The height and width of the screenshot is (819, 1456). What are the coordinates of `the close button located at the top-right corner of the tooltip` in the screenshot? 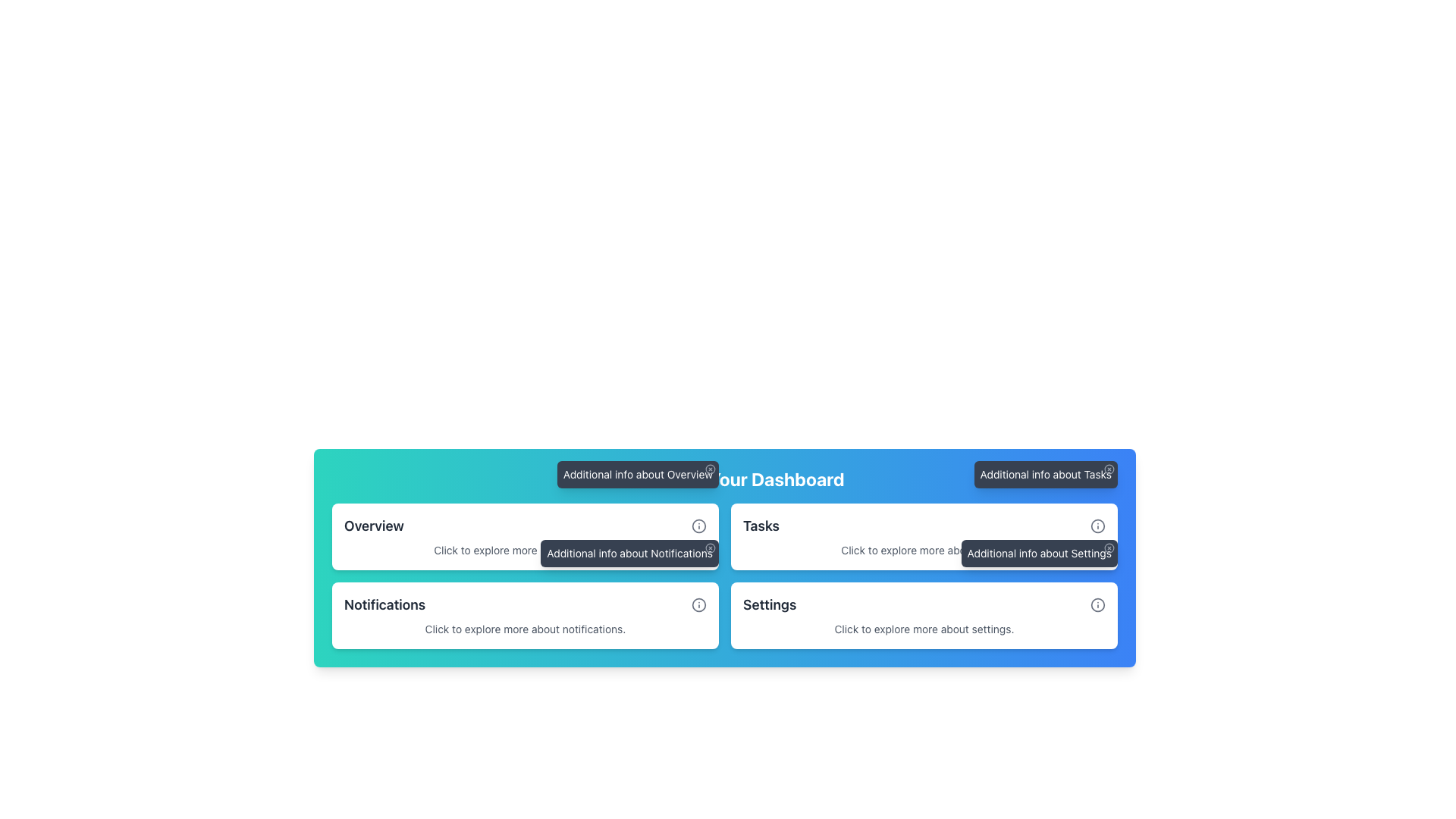 It's located at (1109, 548).